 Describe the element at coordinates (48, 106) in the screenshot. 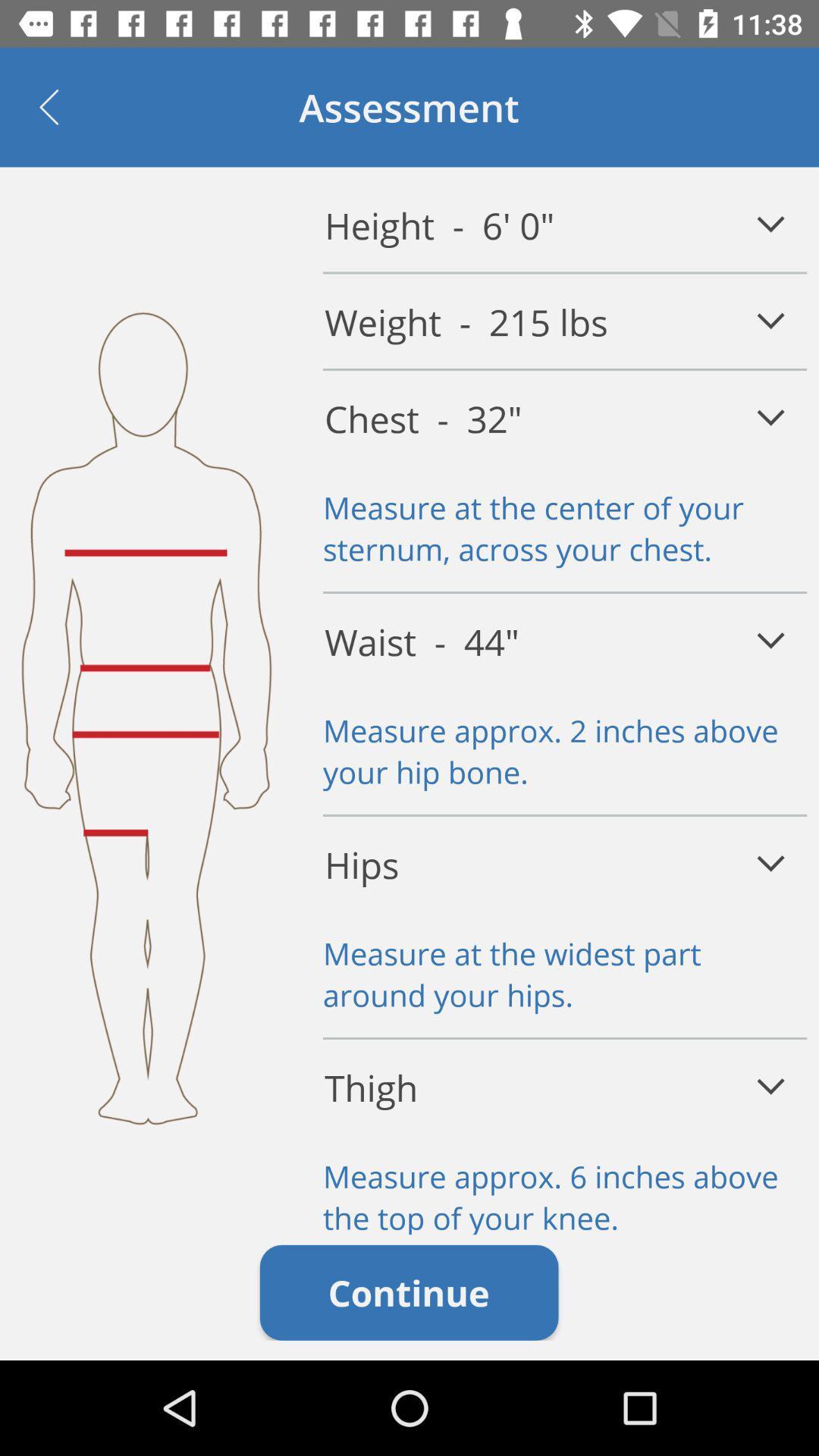

I see `icon to the left of the assessment icon` at that location.